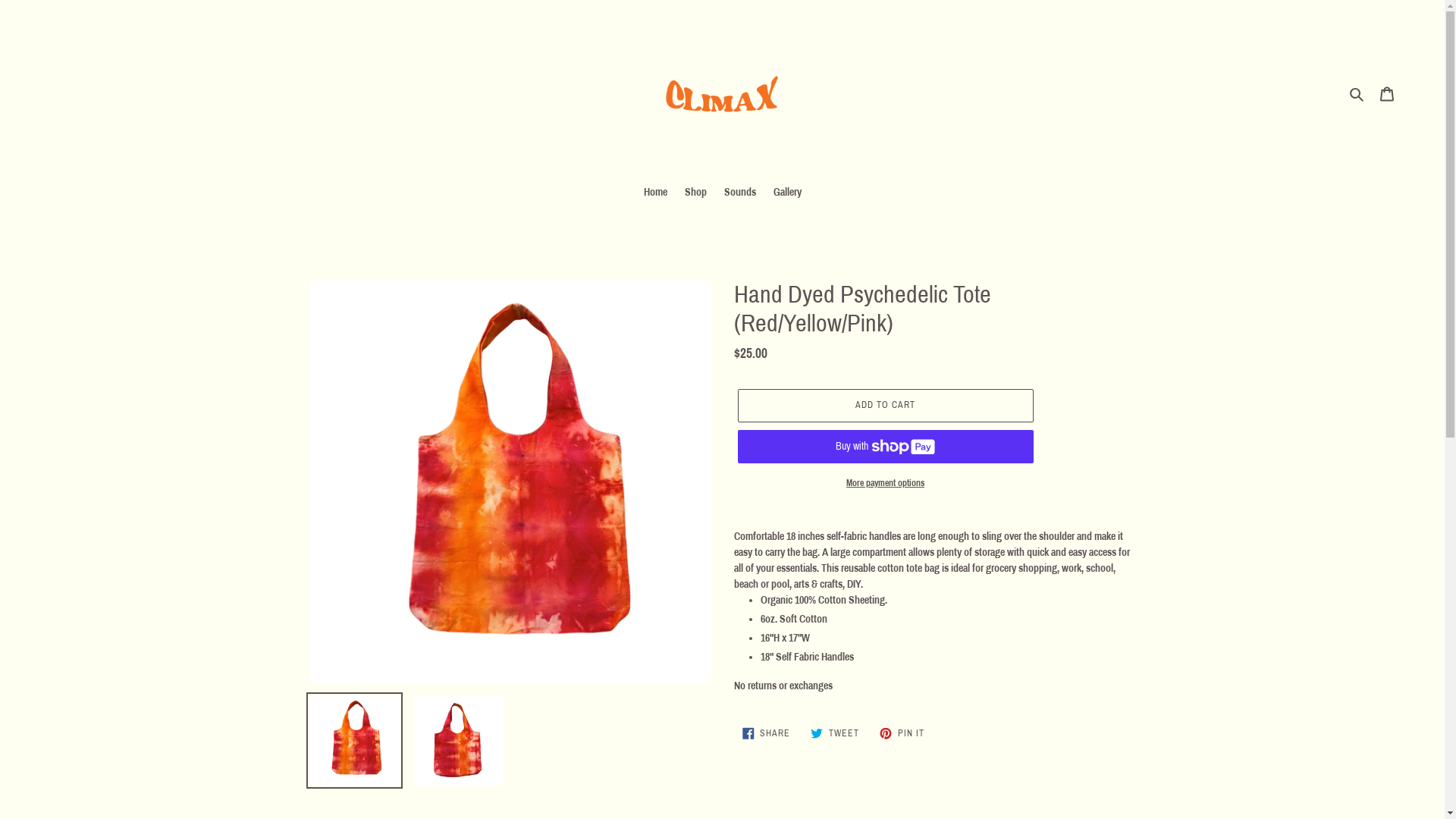 Image resolution: width=1456 pixels, height=819 pixels. I want to click on 'ADD TO CART', so click(884, 405).